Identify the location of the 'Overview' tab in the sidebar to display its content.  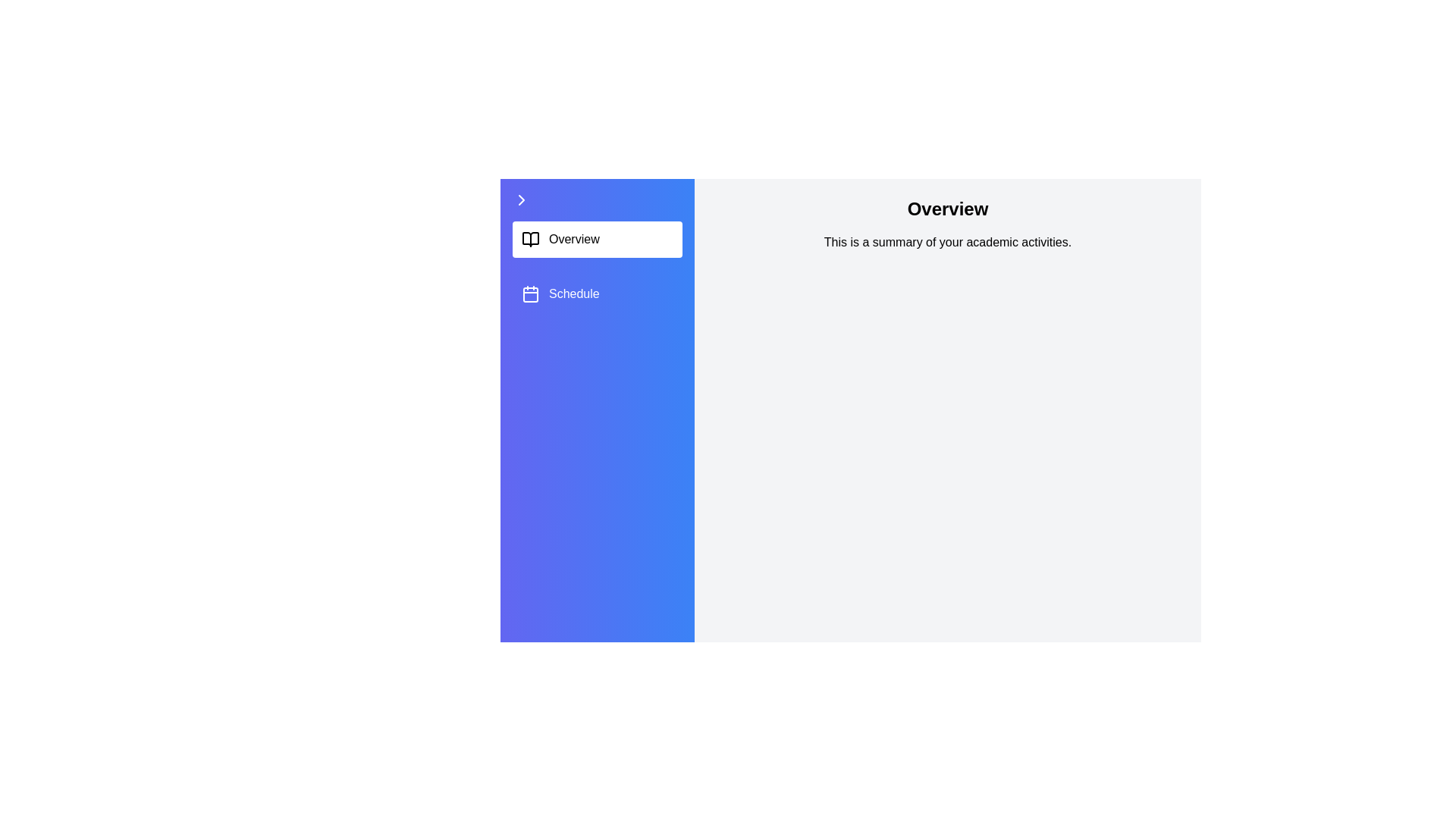
(596, 239).